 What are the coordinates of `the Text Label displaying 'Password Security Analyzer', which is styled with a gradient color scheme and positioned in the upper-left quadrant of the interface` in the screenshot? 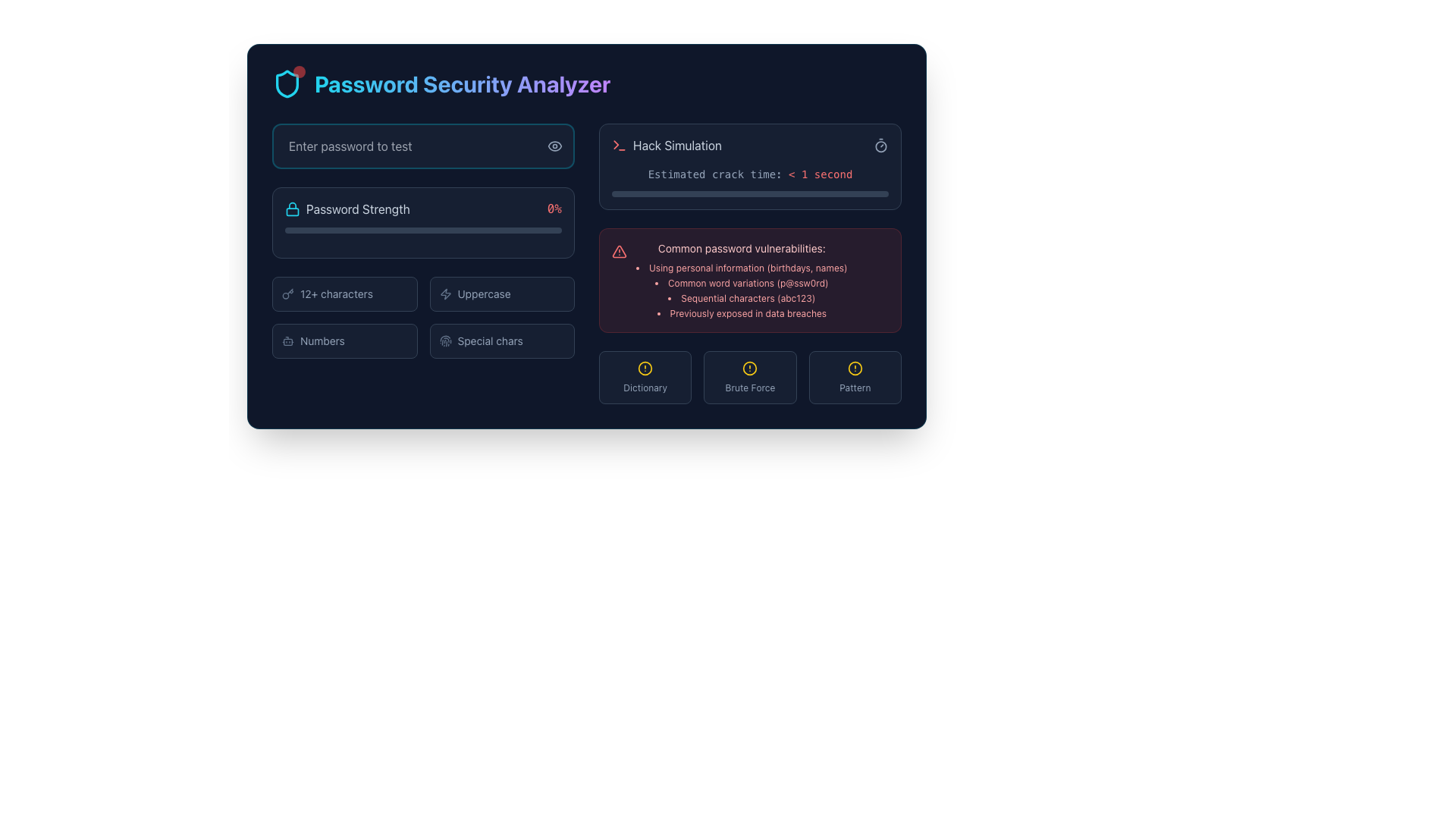 It's located at (462, 84).